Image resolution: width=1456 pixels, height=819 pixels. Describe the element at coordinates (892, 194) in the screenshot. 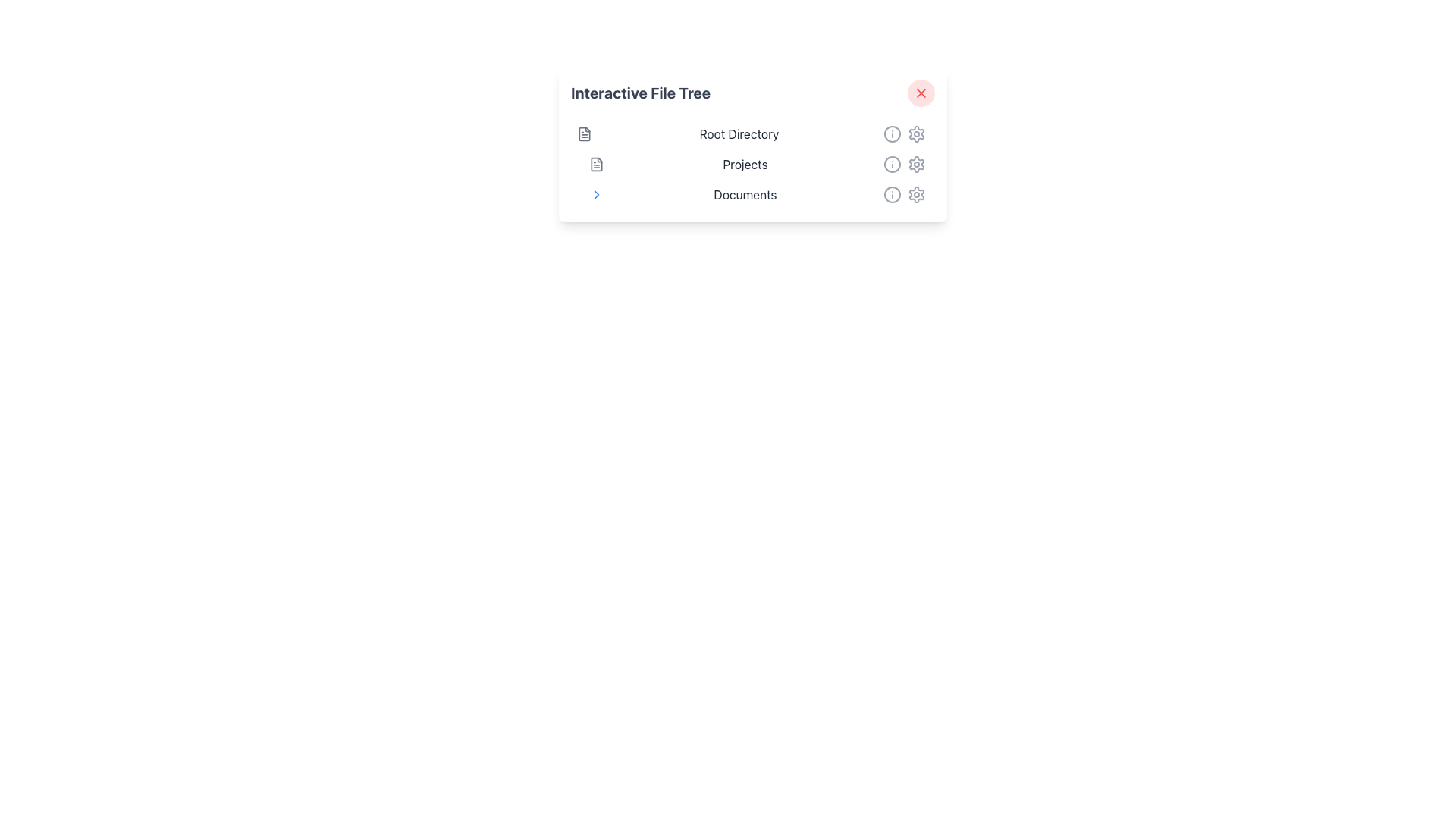

I see `the information icon located to the immediate right of the 'Documents' text in the vertical list` at that location.